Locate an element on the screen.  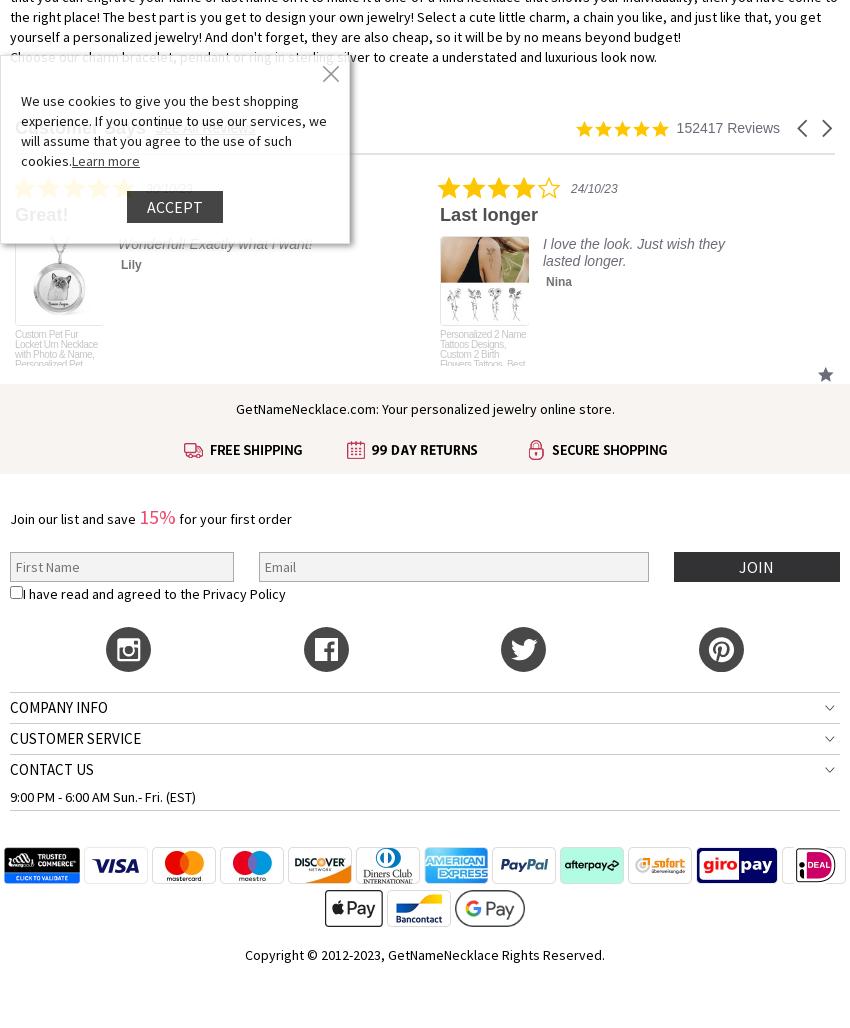
'COMPANY INFO' is located at coordinates (58, 706).